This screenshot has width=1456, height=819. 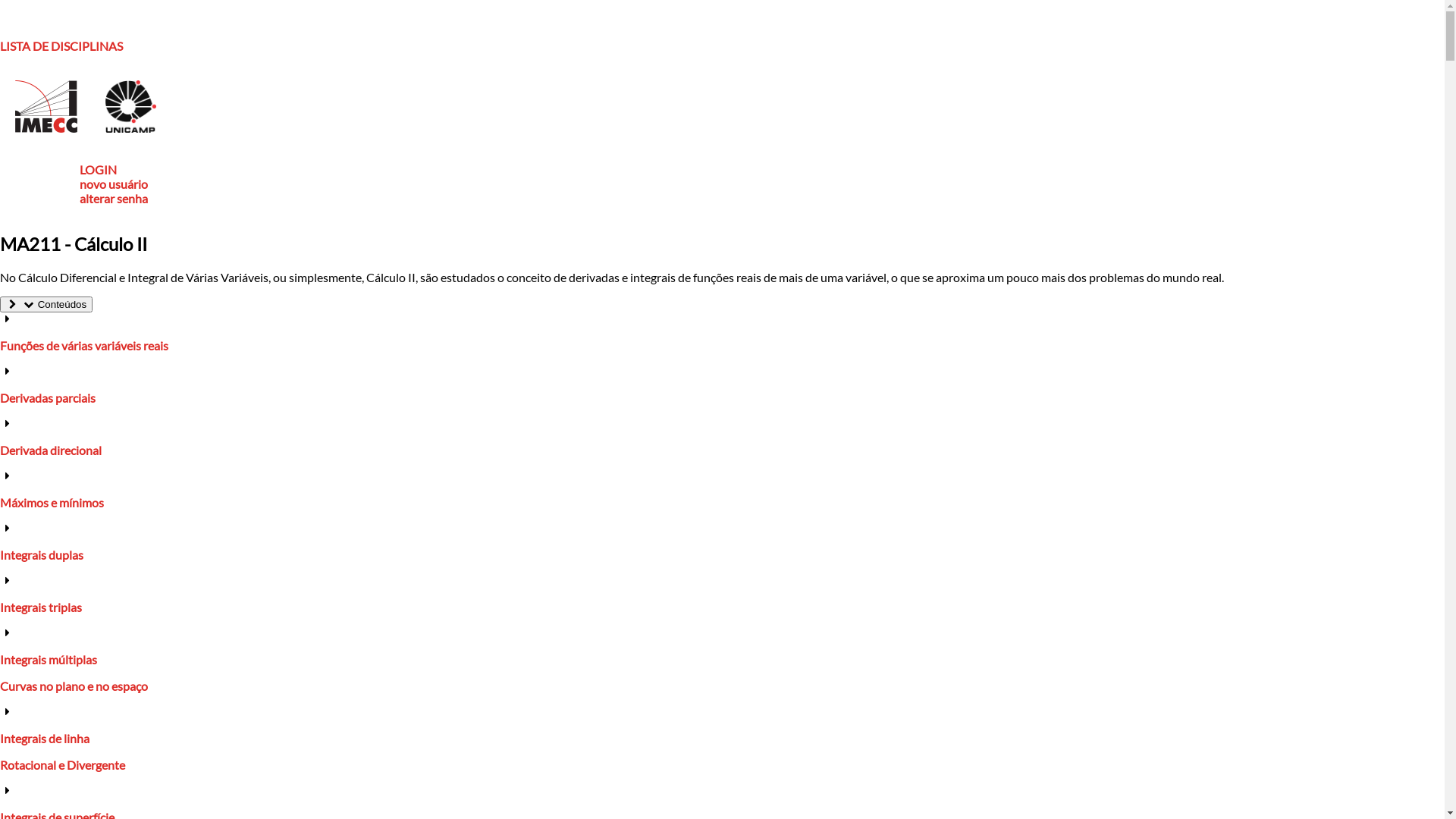 I want to click on 'Derivada direcional', so click(x=0, y=449).